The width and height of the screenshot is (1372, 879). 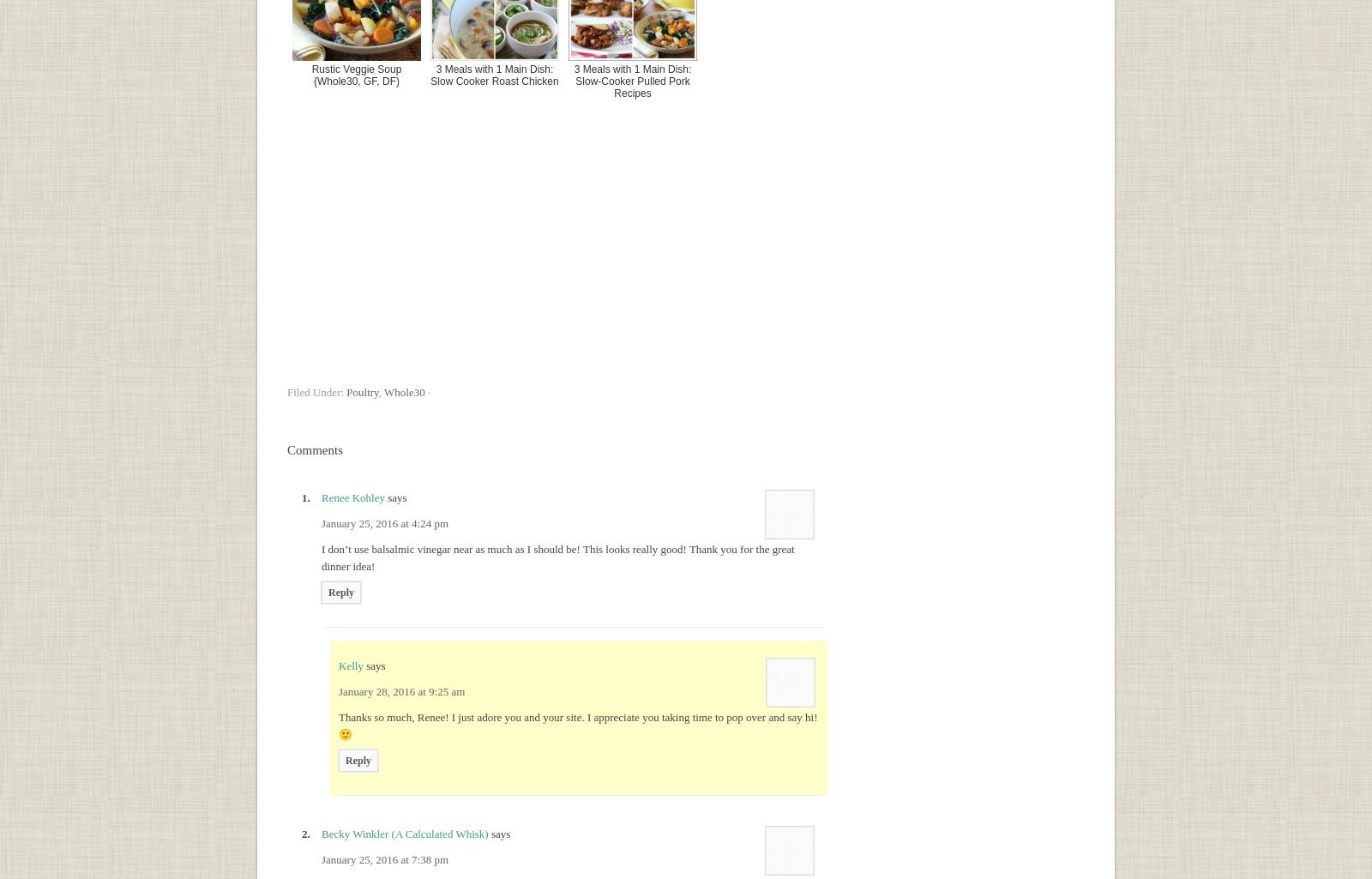 I want to click on 'I don’t use balsalmic vinegar near as much as  I should be! This looks really good! Thank you for the great dinner idea!', so click(x=557, y=557).